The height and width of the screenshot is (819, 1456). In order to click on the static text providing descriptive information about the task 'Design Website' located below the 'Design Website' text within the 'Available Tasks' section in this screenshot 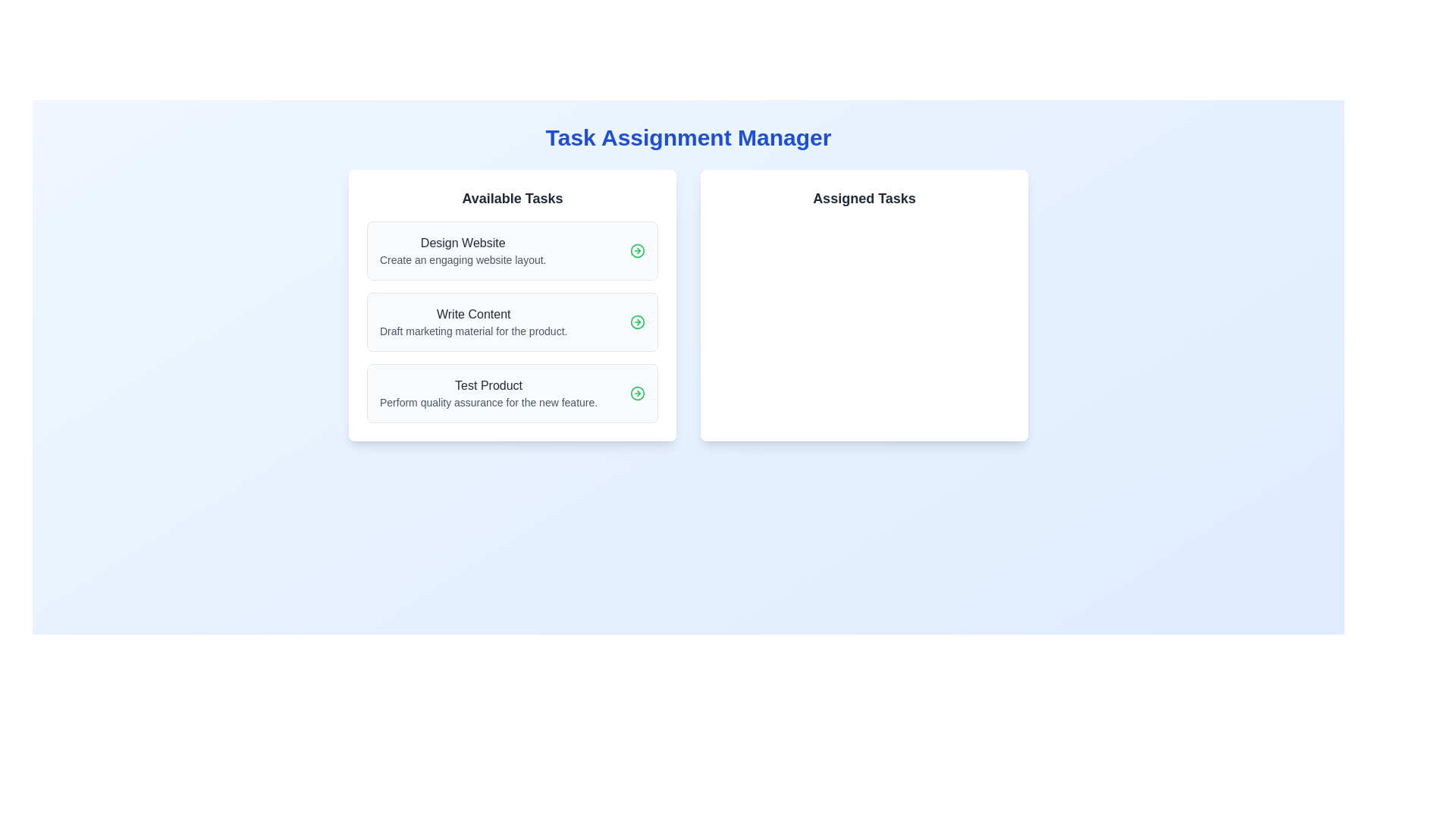, I will do `click(462, 259)`.